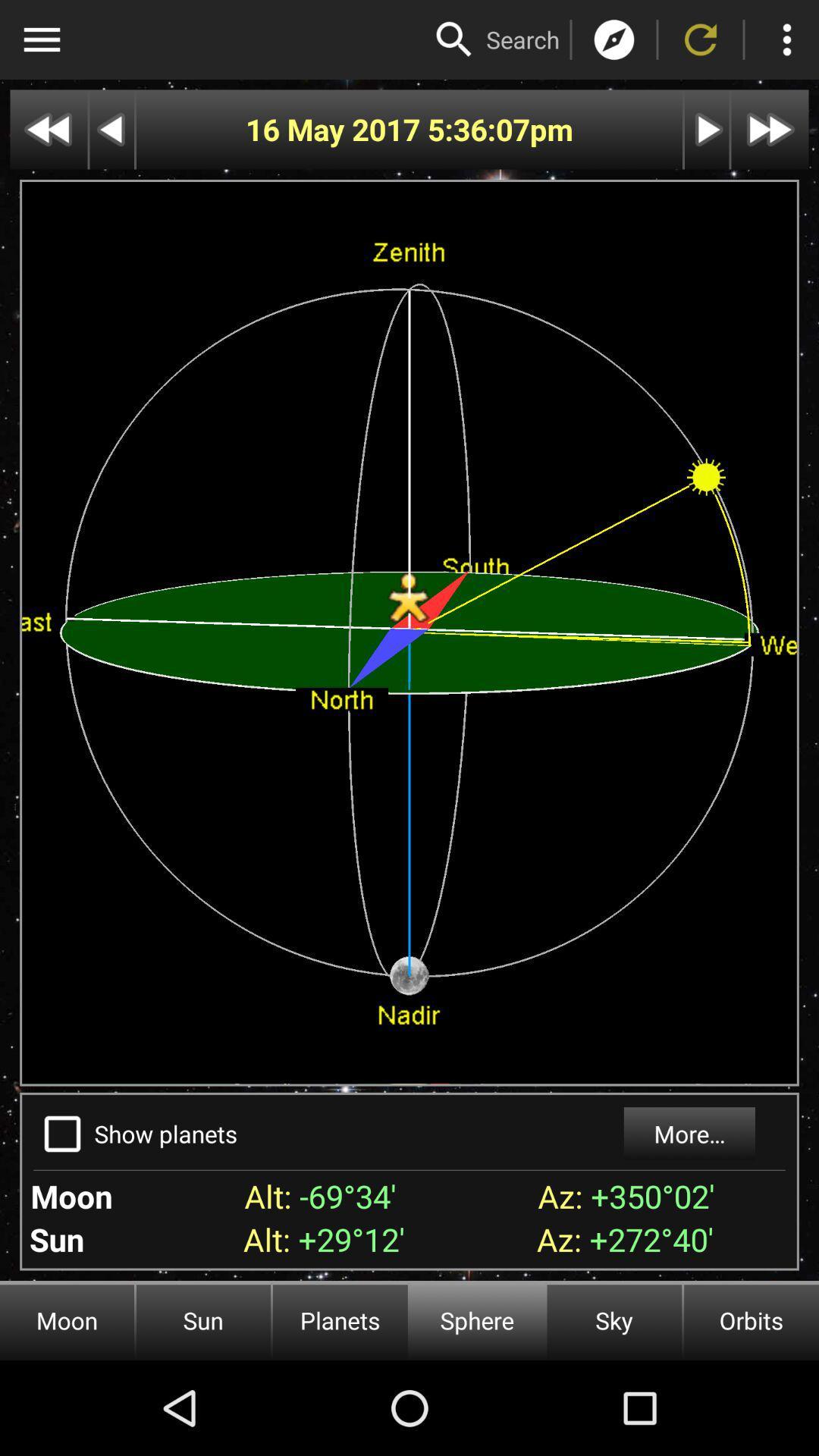  Describe the element at coordinates (479, 130) in the screenshot. I see `the app to the left of the pm item` at that location.